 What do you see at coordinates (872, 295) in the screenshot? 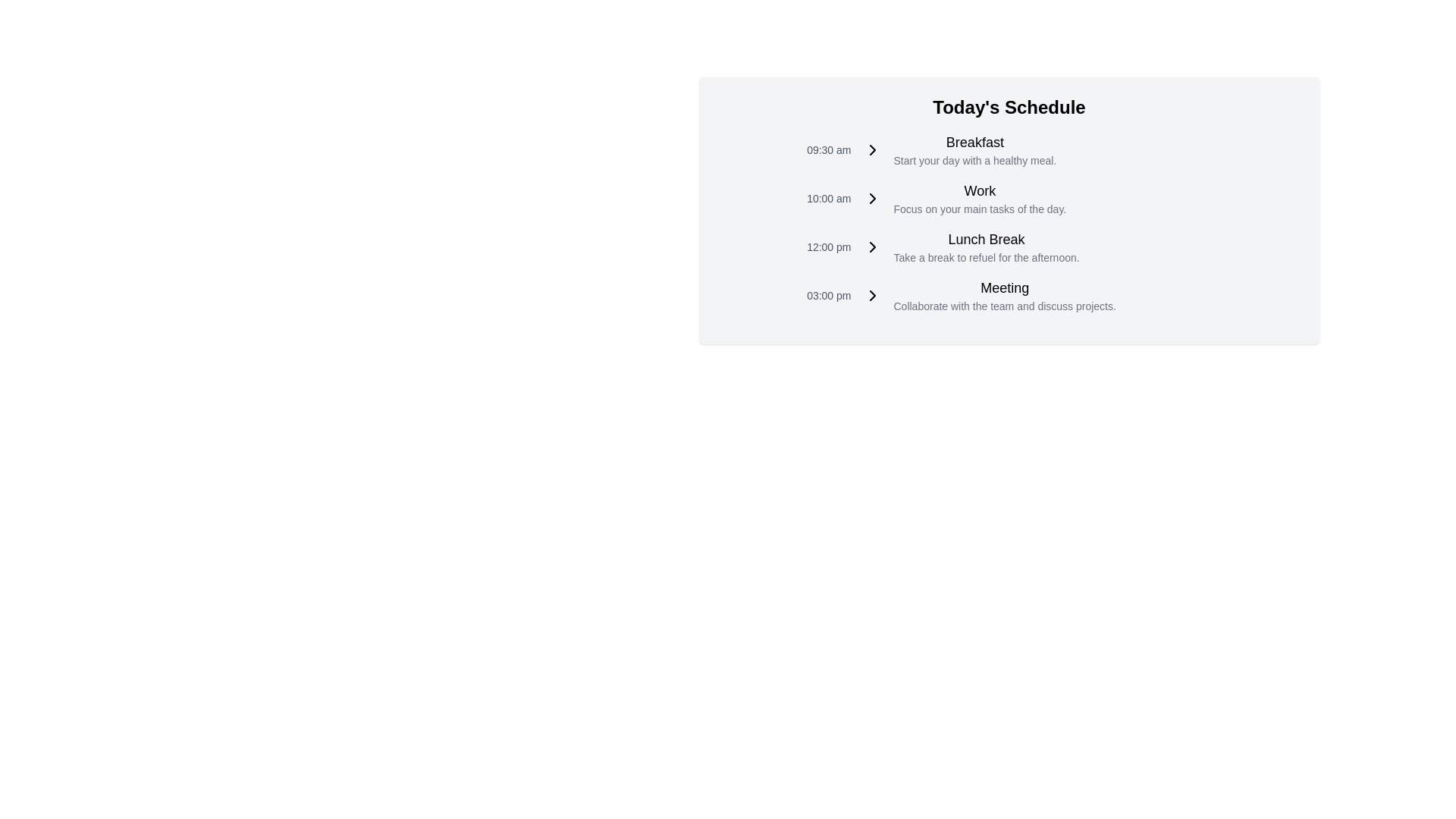
I see `the right-pointing chevron icon located directly to the right of the '03:00 pm' label in the schedule listing` at bounding box center [872, 295].